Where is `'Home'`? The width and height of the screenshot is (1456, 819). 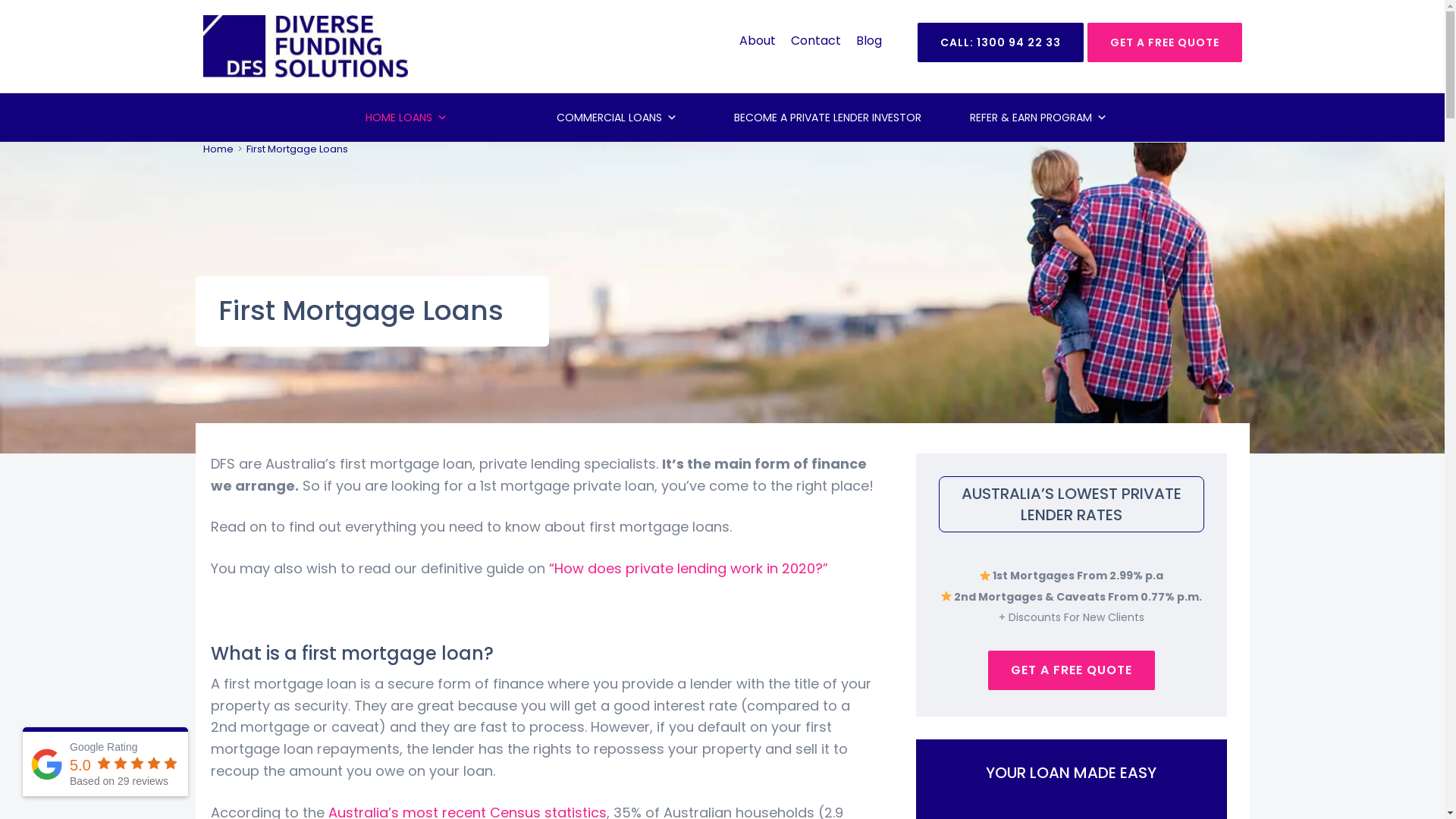
'Home' is located at coordinates (218, 149).